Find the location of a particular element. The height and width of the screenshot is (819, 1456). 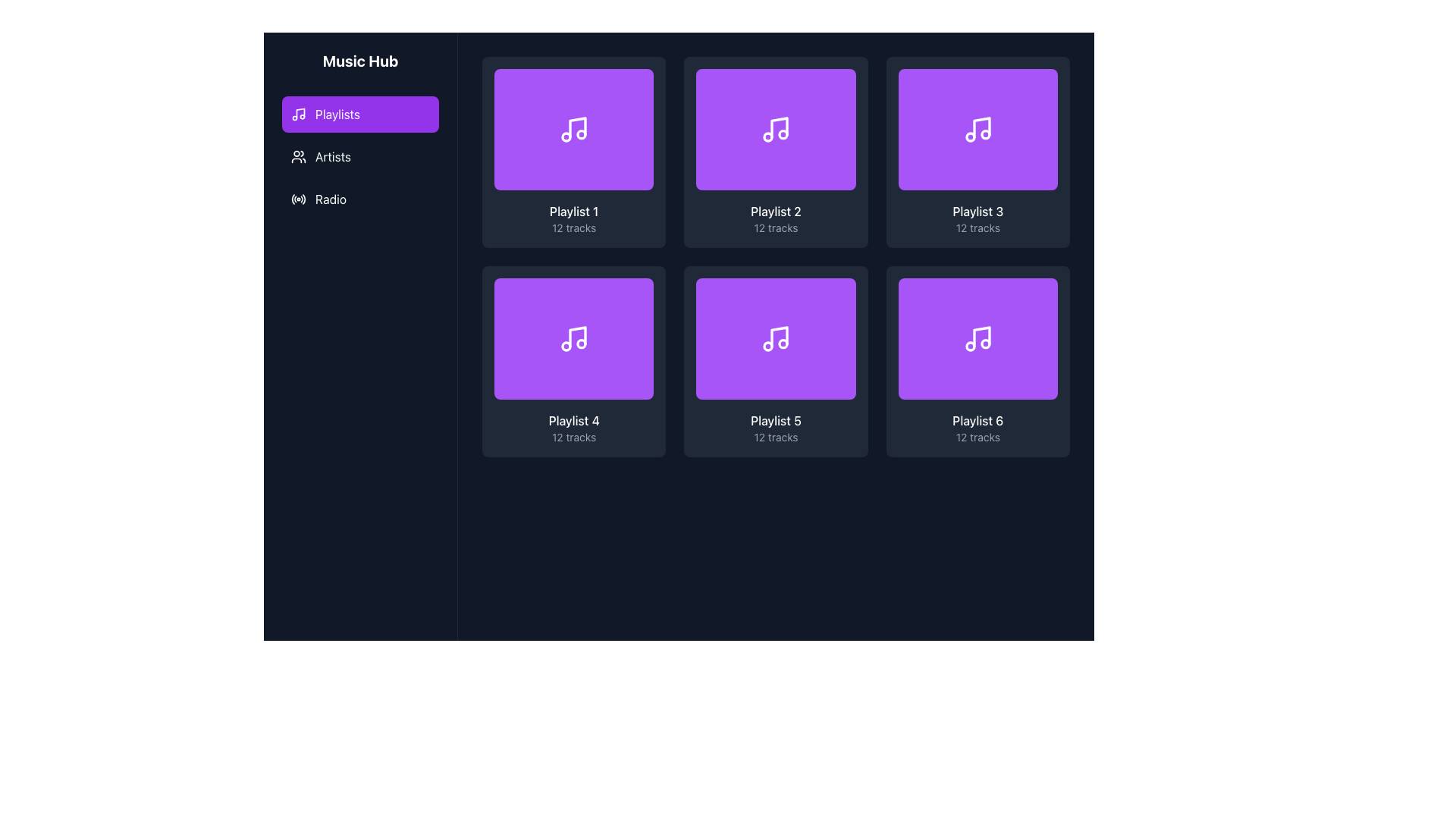

the rightmost small circle of the musical note icon within the 'Playlist 3' card, which is part of the decorative SVG elements is located at coordinates (985, 133).